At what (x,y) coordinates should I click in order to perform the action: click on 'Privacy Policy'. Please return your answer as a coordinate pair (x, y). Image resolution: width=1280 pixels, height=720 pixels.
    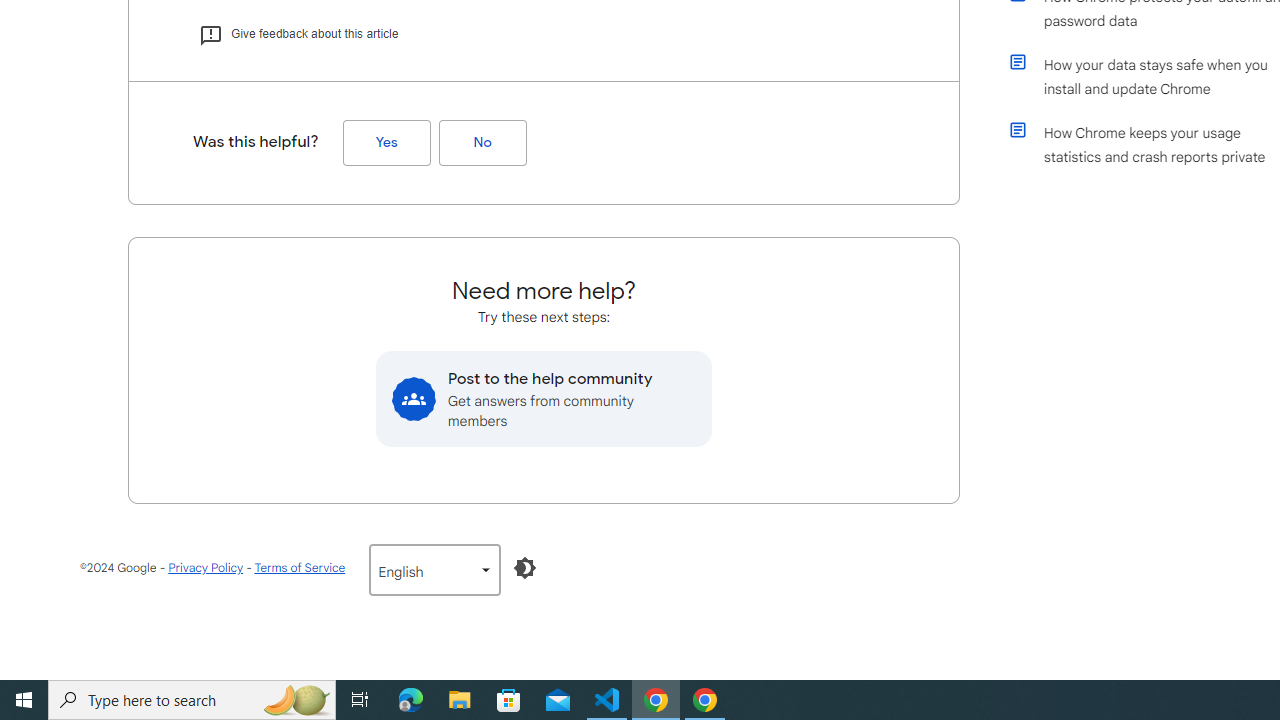
    Looking at the image, I should click on (206, 567).